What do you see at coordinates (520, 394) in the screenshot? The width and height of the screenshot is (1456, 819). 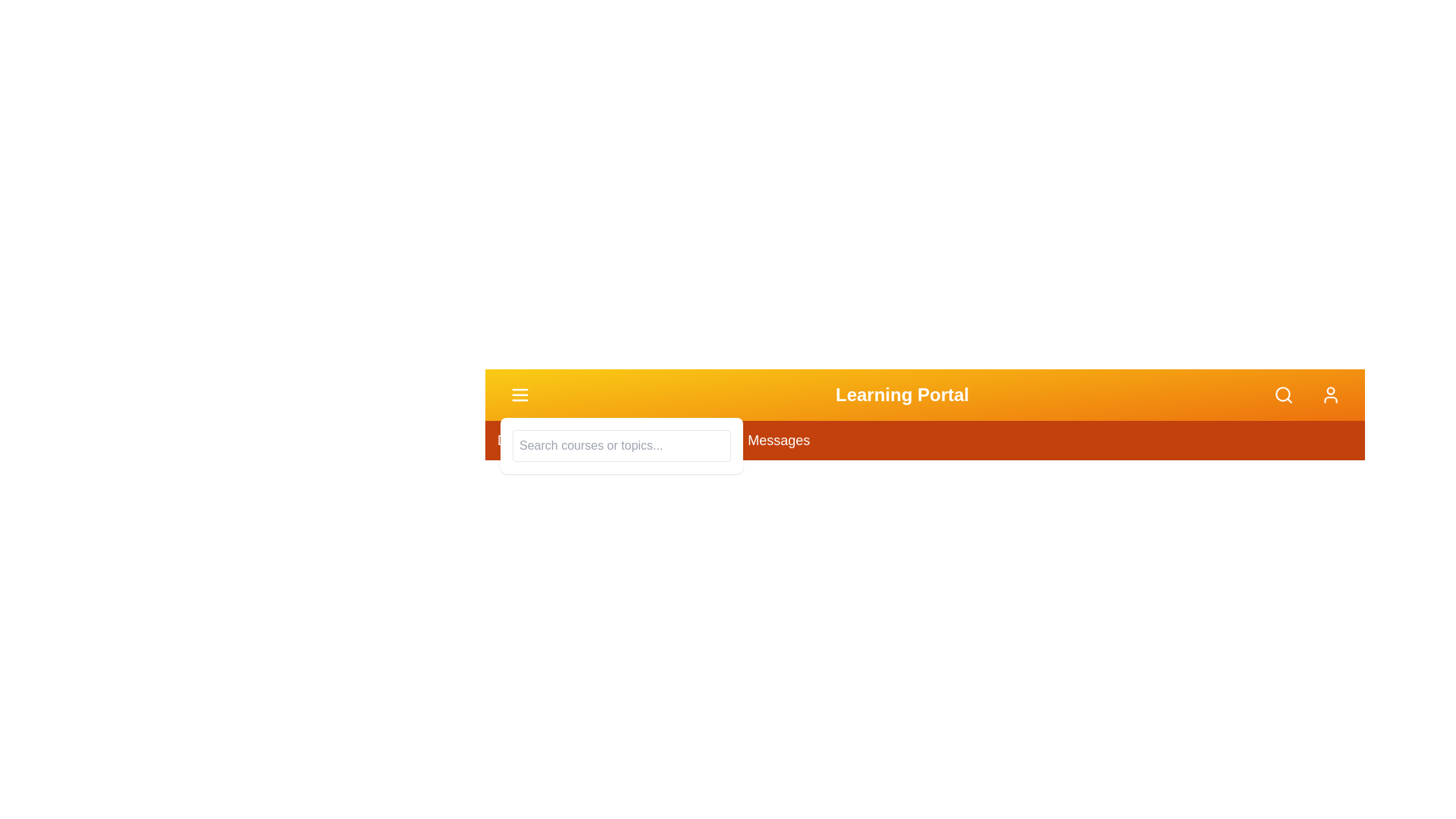 I see `the menu button to toggle the menu visibility` at bounding box center [520, 394].